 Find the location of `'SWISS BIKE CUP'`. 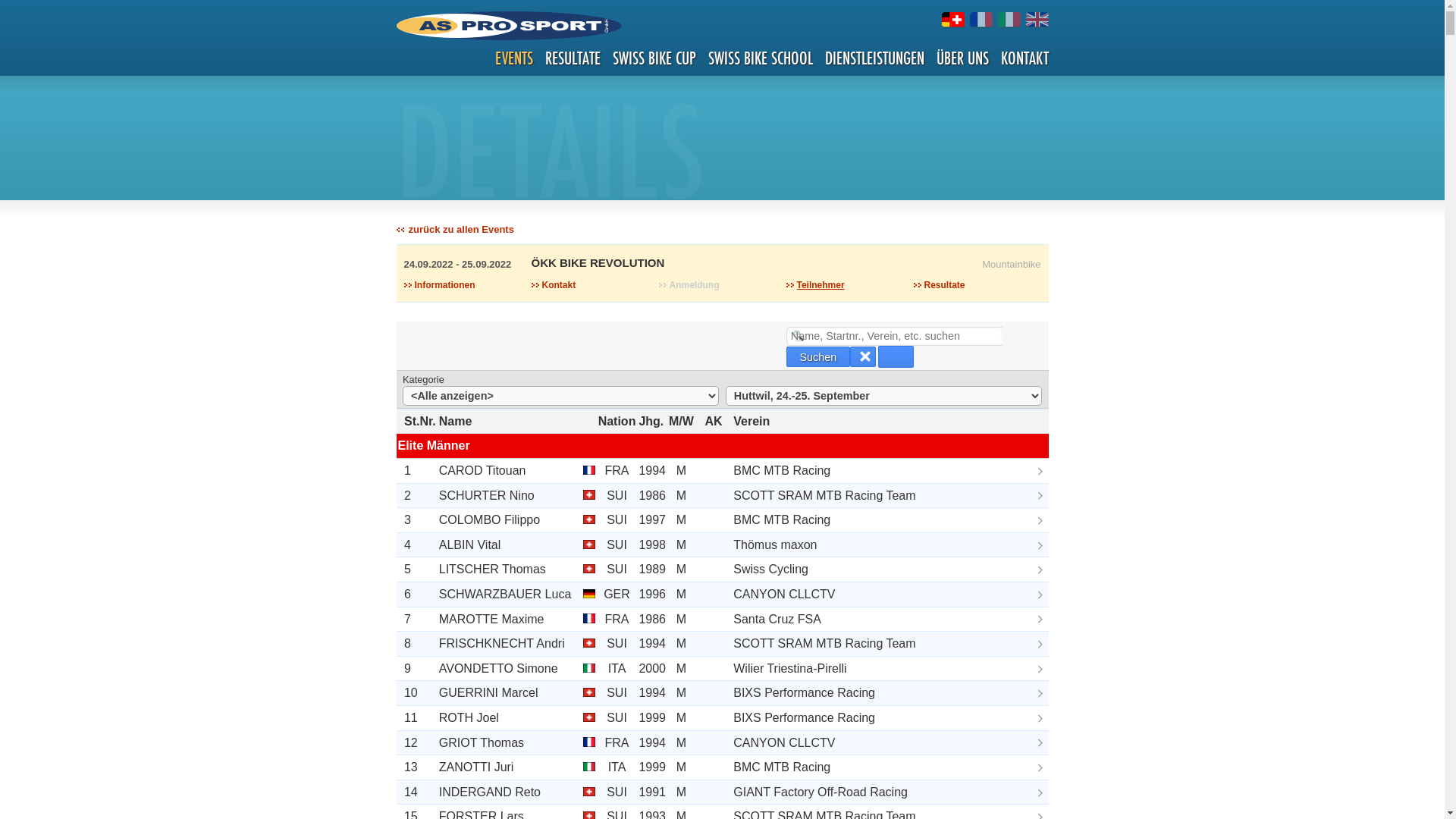

'SWISS BIKE CUP' is located at coordinates (654, 57).